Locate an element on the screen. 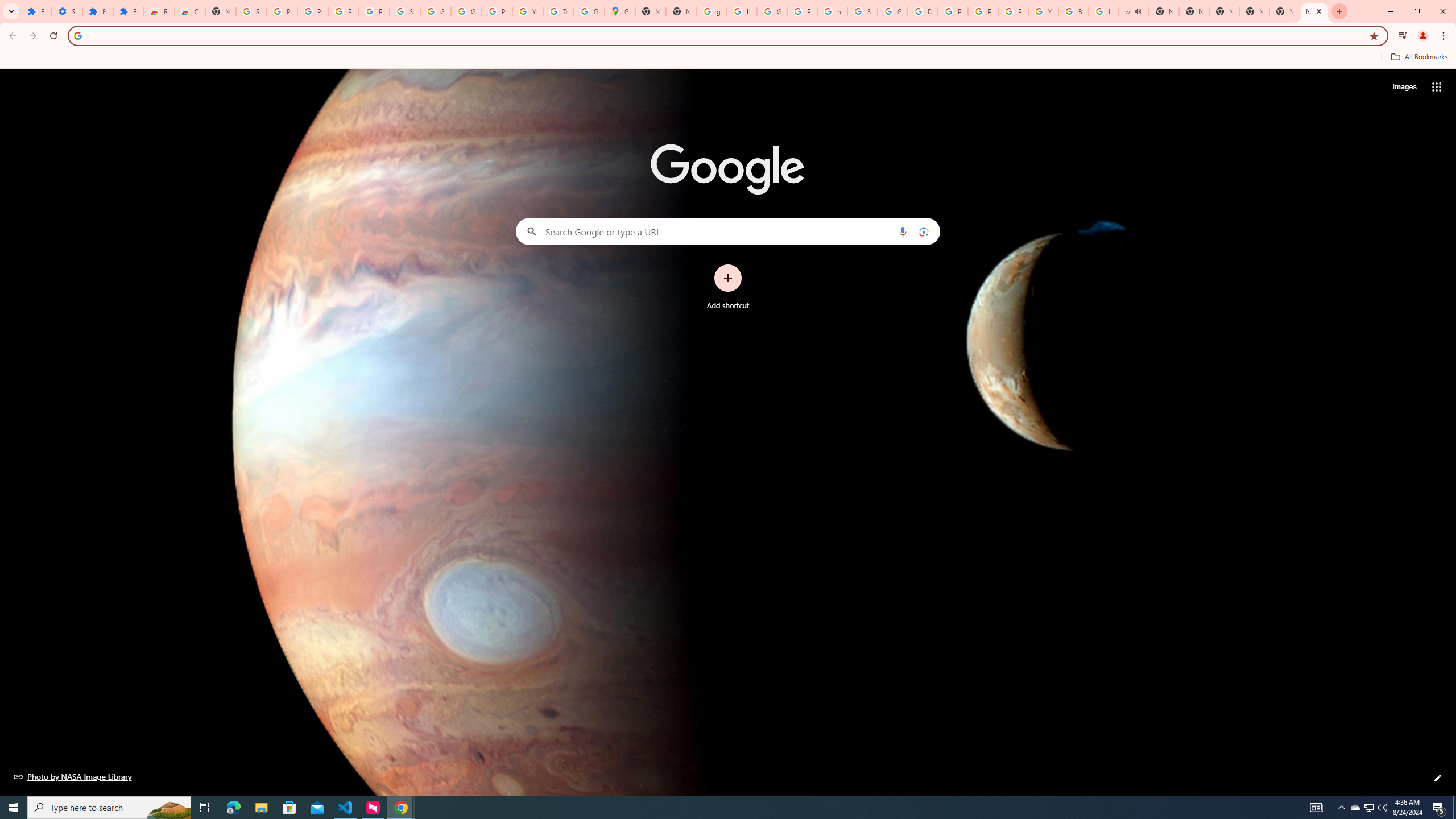  'Privacy Help Center - Policies Help' is located at coordinates (983, 11).